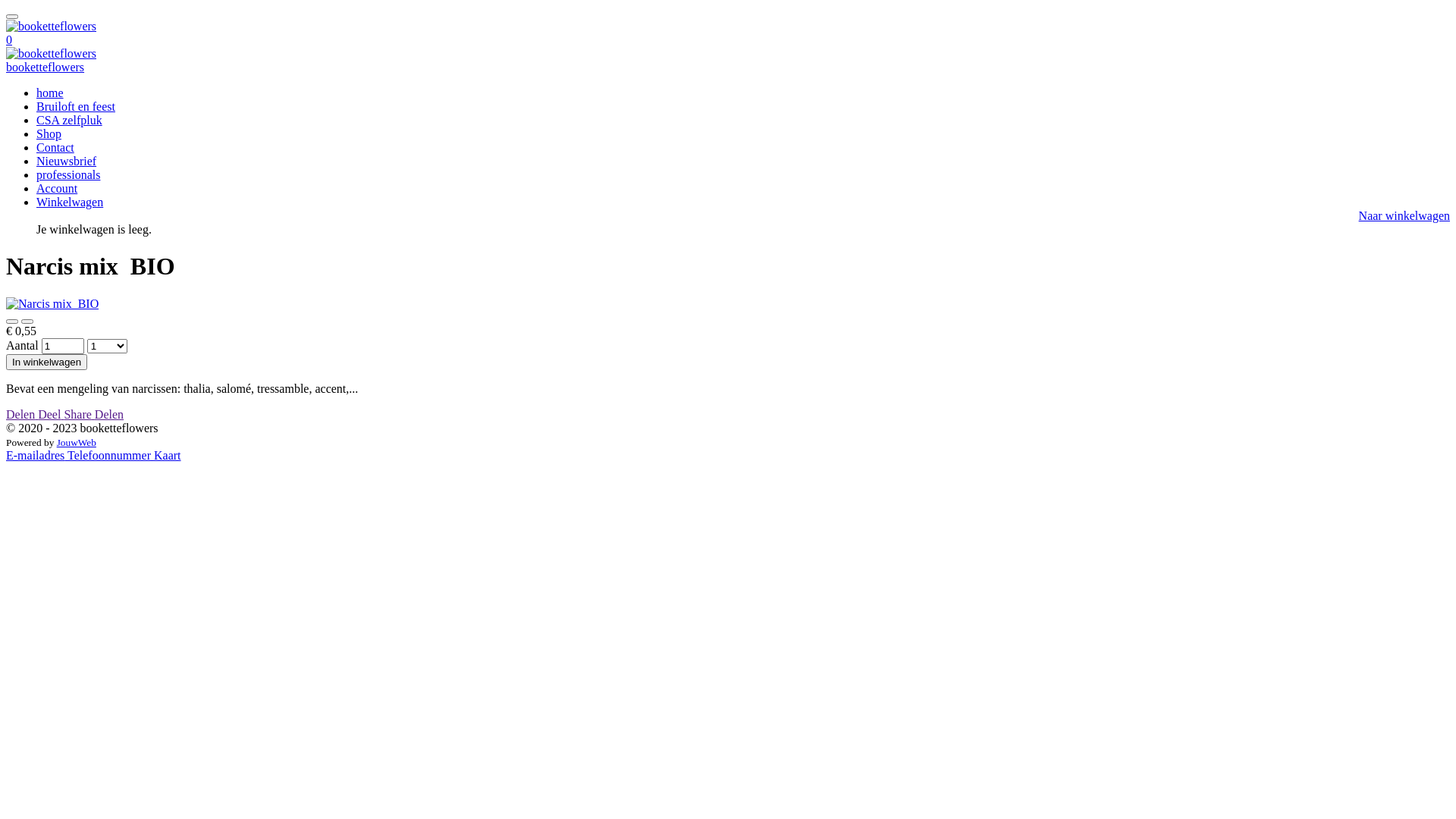  I want to click on 'Contact', so click(36, 147).